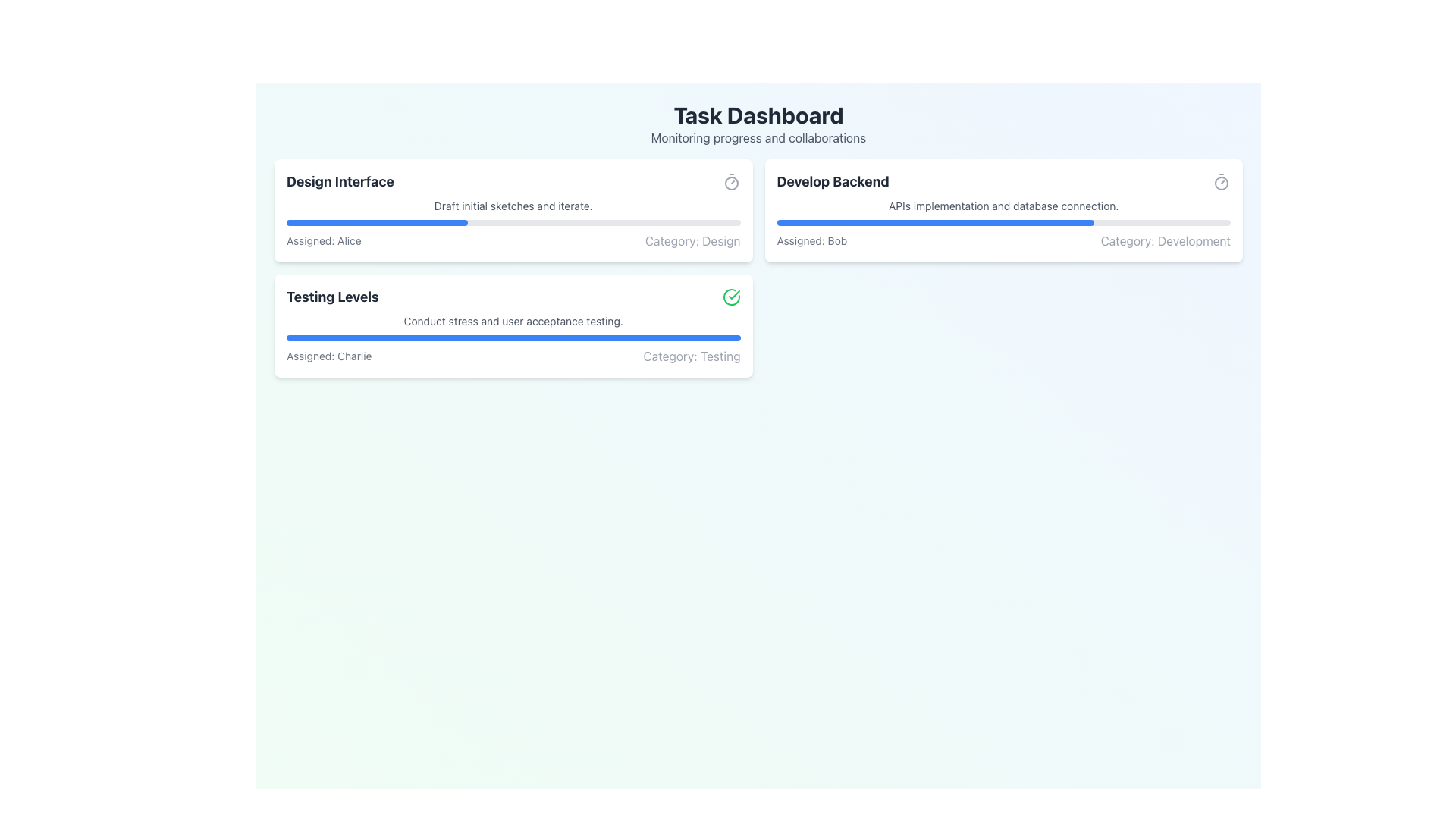 The height and width of the screenshot is (819, 1456). I want to click on the circular timer icon with a gray outline located at the top right corner of the 'Design Interface' box, so click(731, 180).